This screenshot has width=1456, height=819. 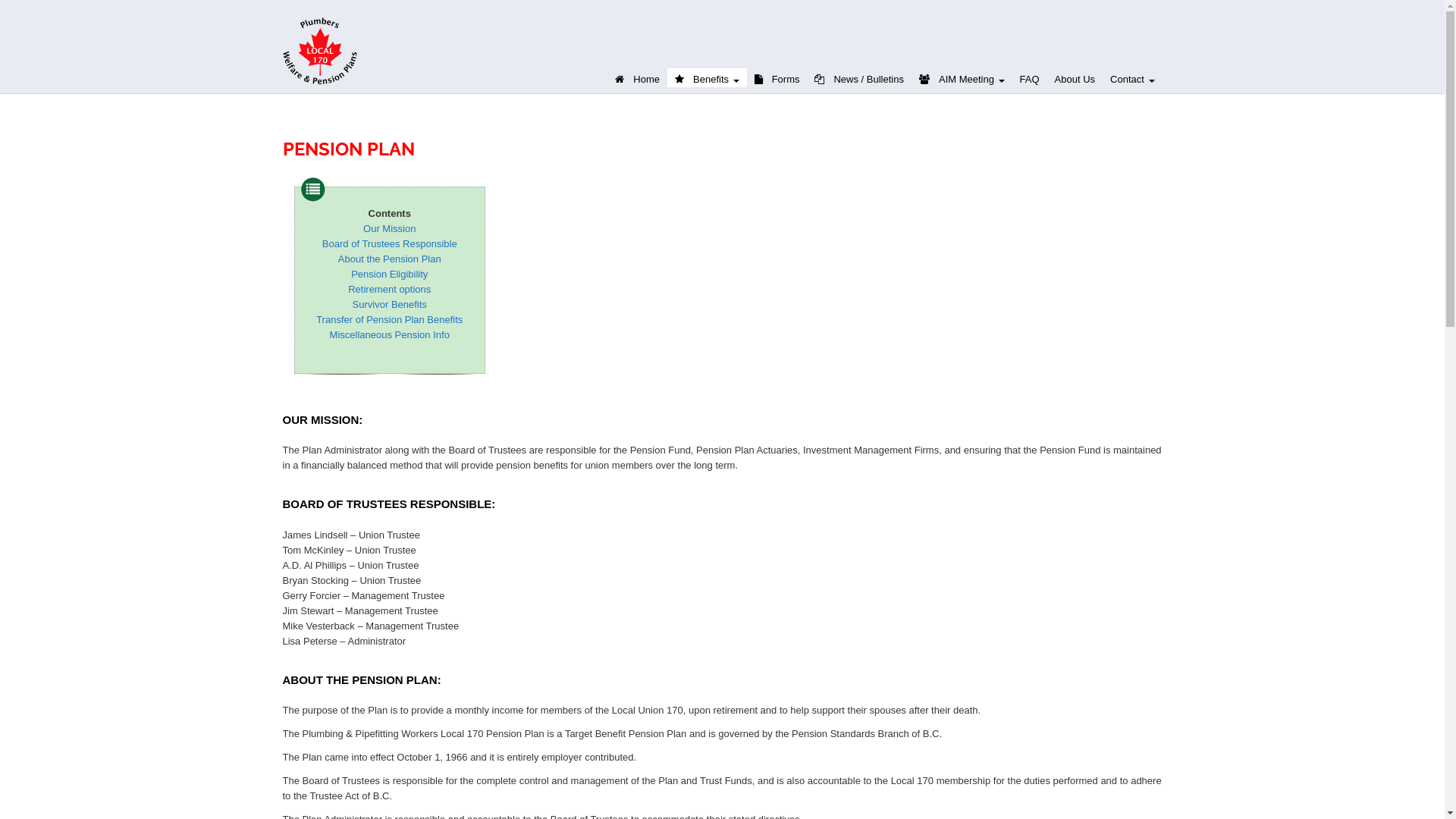 What do you see at coordinates (706, 77) in the screenshot?
I see `'Benefits'` at bounding box center [706, 77].